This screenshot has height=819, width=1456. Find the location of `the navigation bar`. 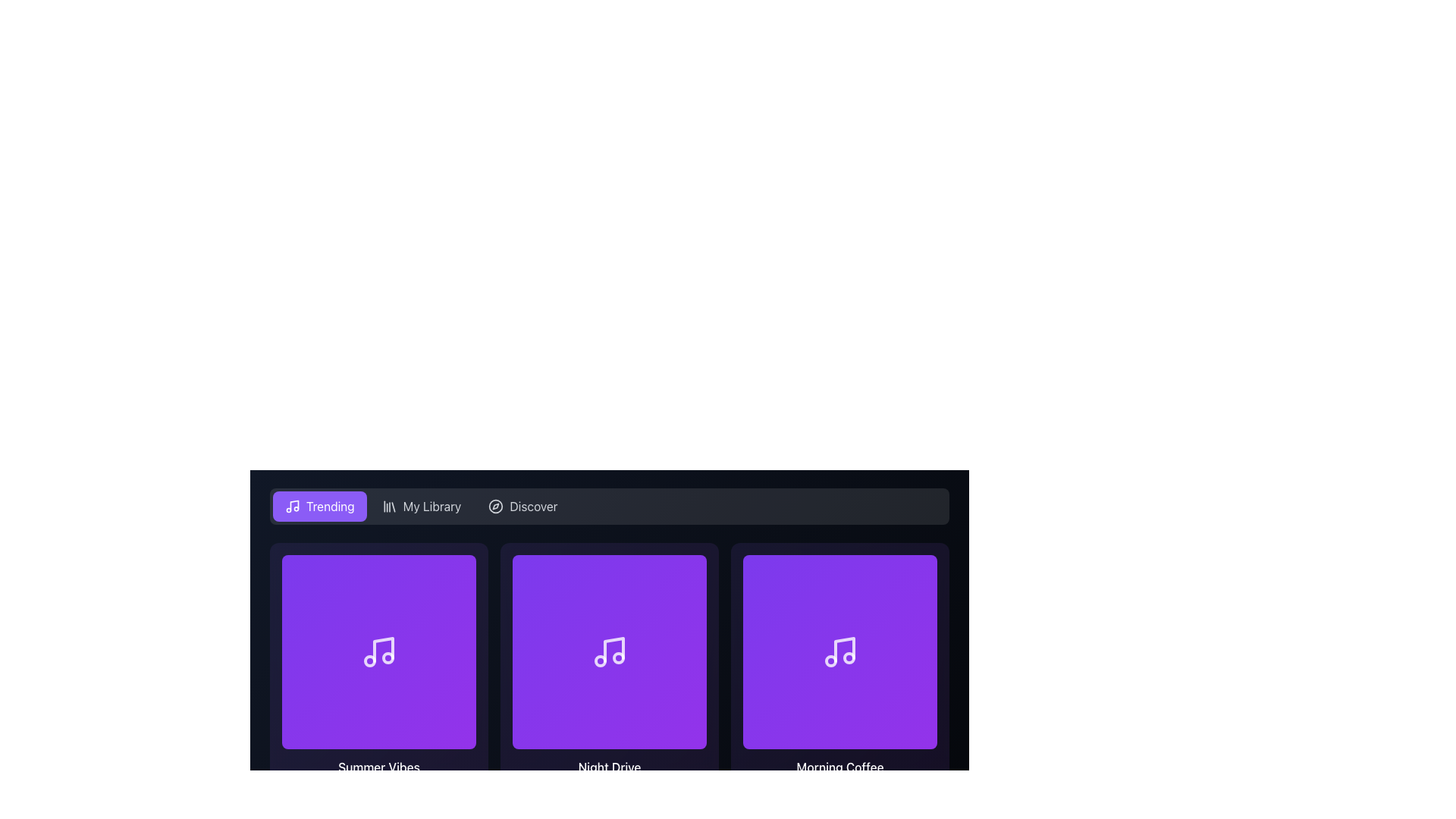

the navigation bar is located at coordinates (610, 506).